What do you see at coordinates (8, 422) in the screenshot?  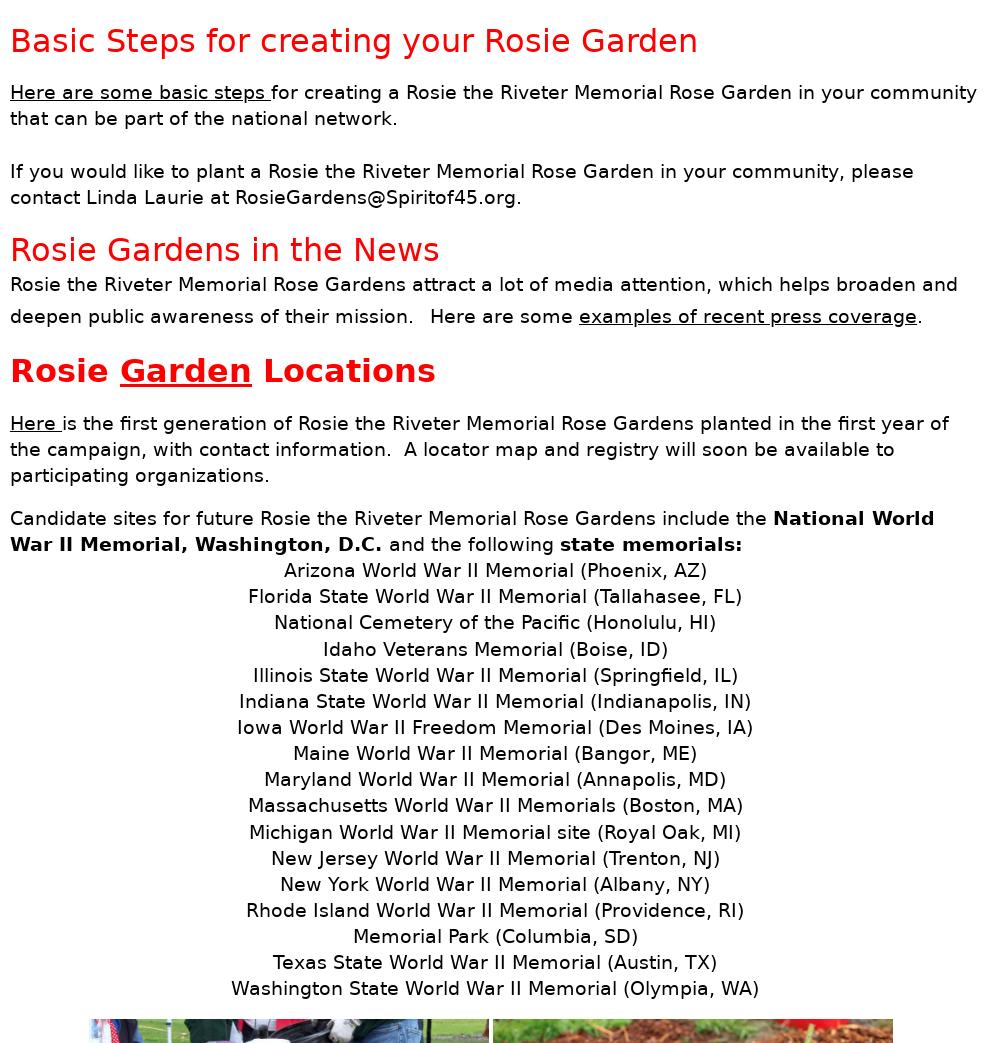 I see `'Here'` at bounding box center [8, 422].